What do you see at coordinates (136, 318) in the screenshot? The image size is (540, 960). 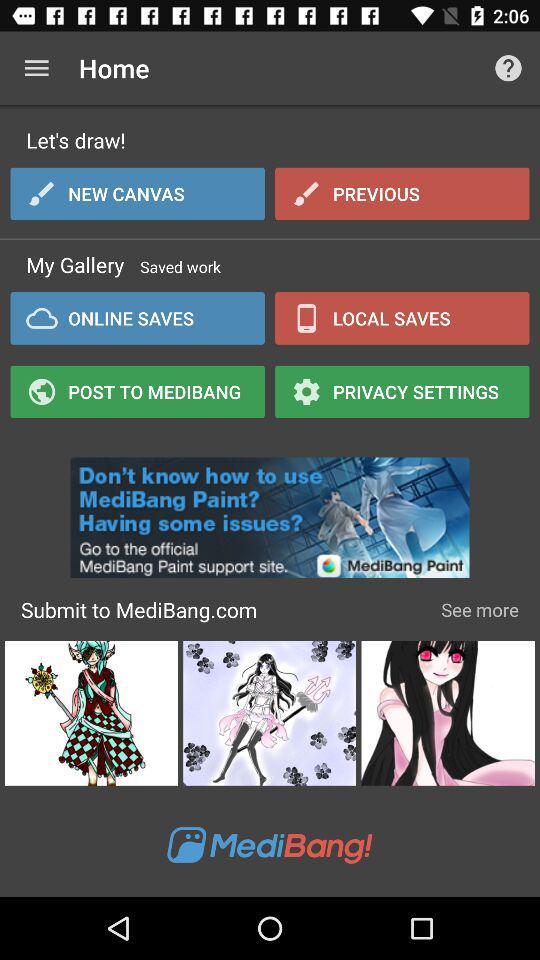 I see `the icon next to local saves` at bounding box center [136, 318].